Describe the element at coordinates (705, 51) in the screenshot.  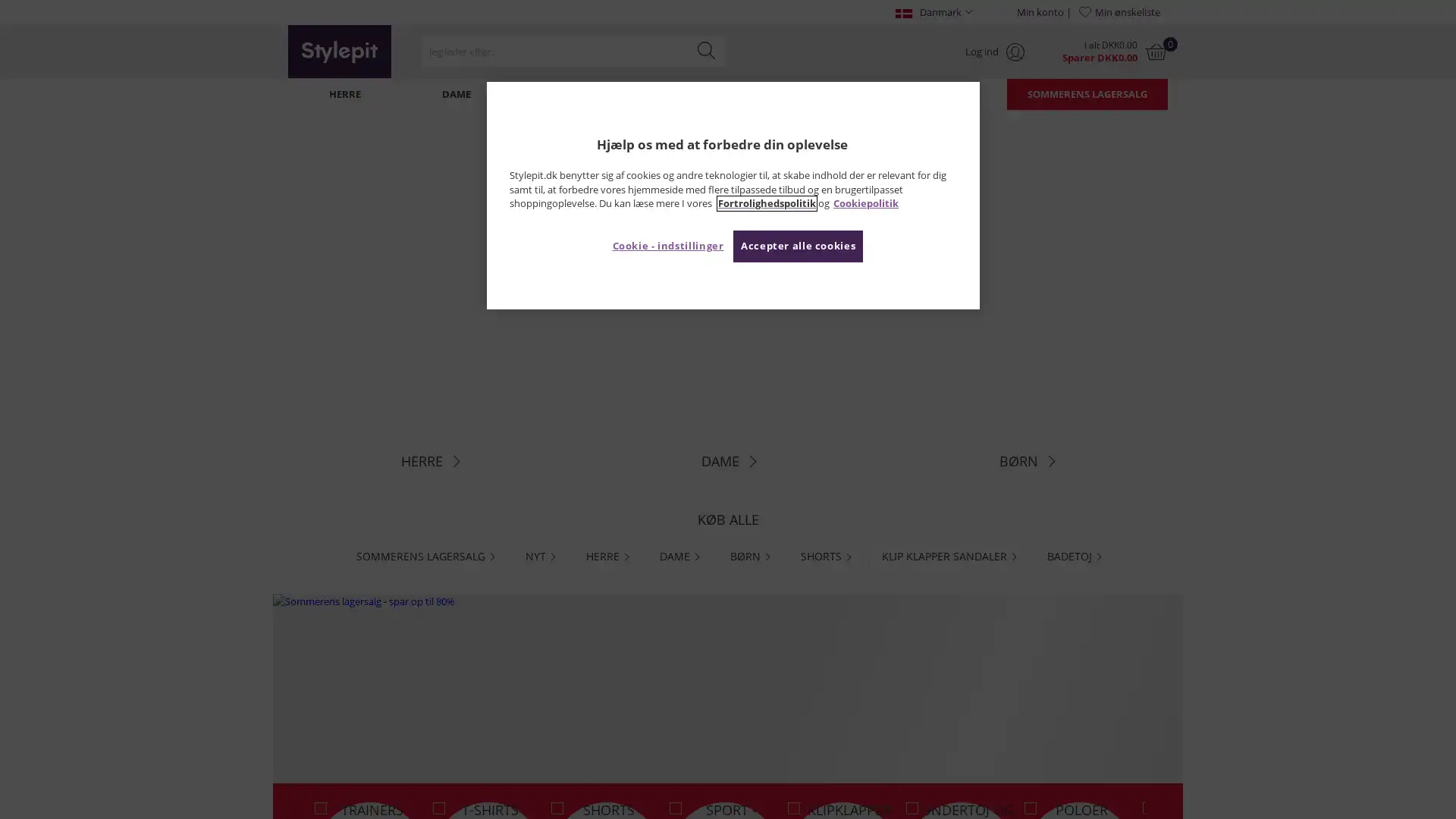
I see `Search` at that location.